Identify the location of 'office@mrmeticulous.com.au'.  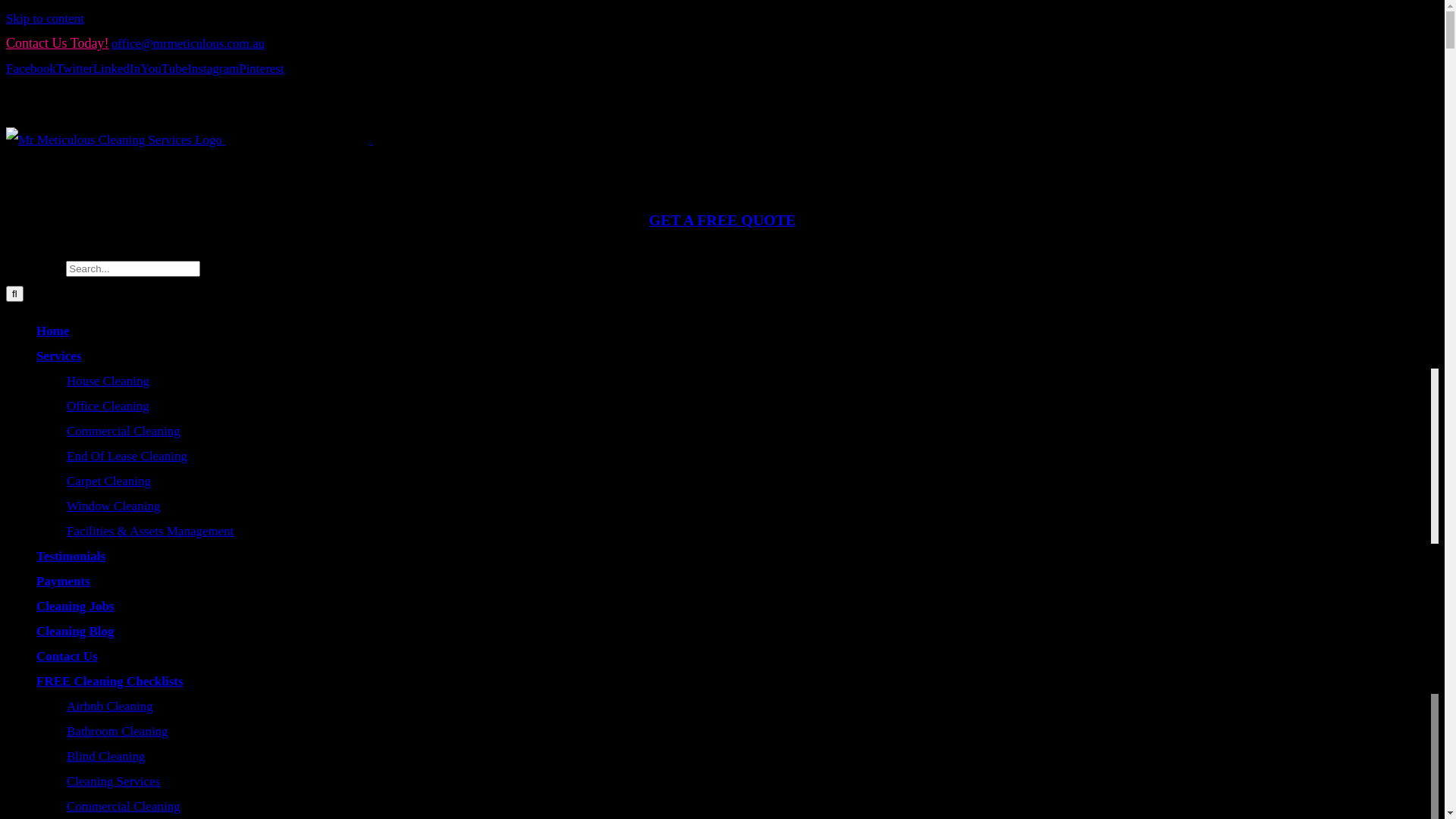
(187, 42).